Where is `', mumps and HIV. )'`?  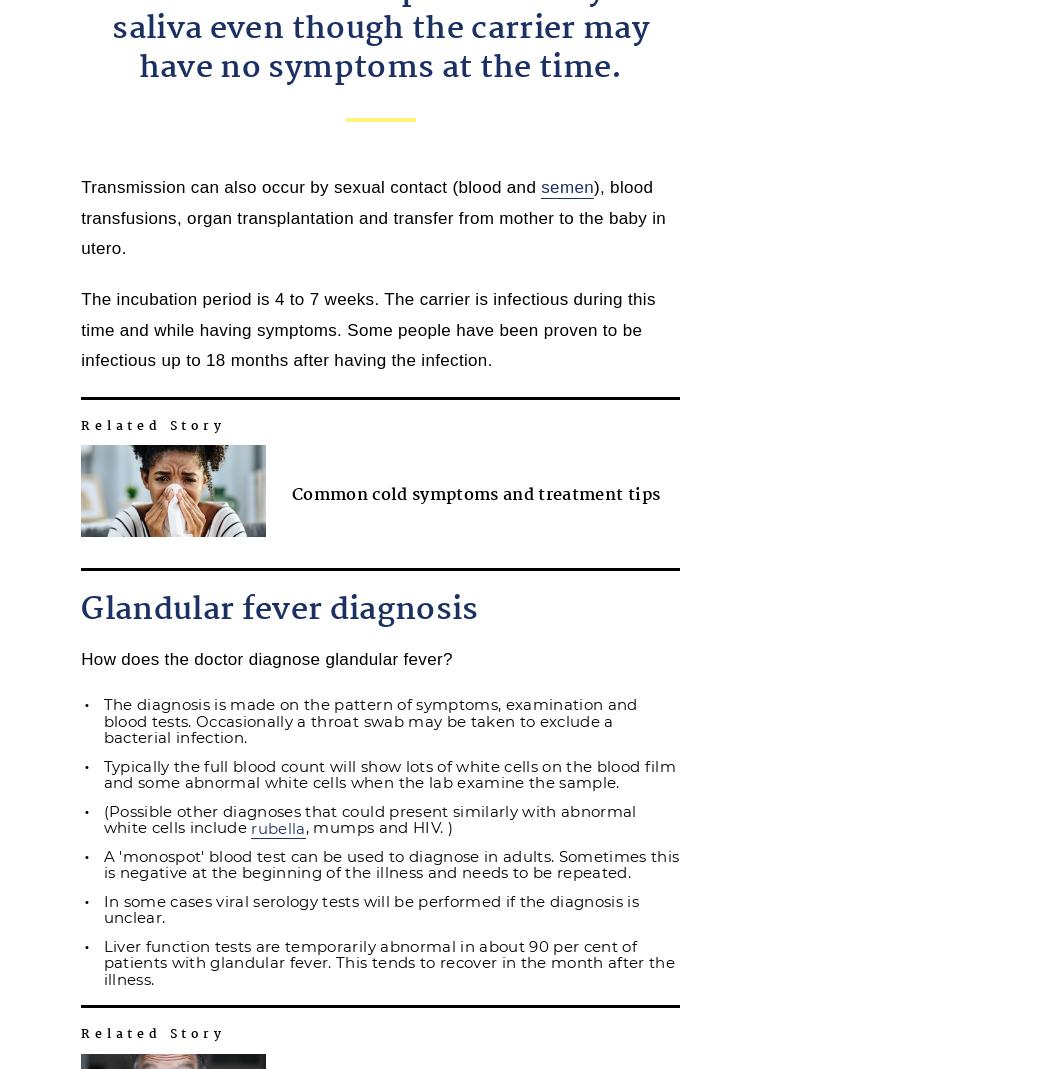
', mumps and HIV. )' is located at coordinates (378, 827).